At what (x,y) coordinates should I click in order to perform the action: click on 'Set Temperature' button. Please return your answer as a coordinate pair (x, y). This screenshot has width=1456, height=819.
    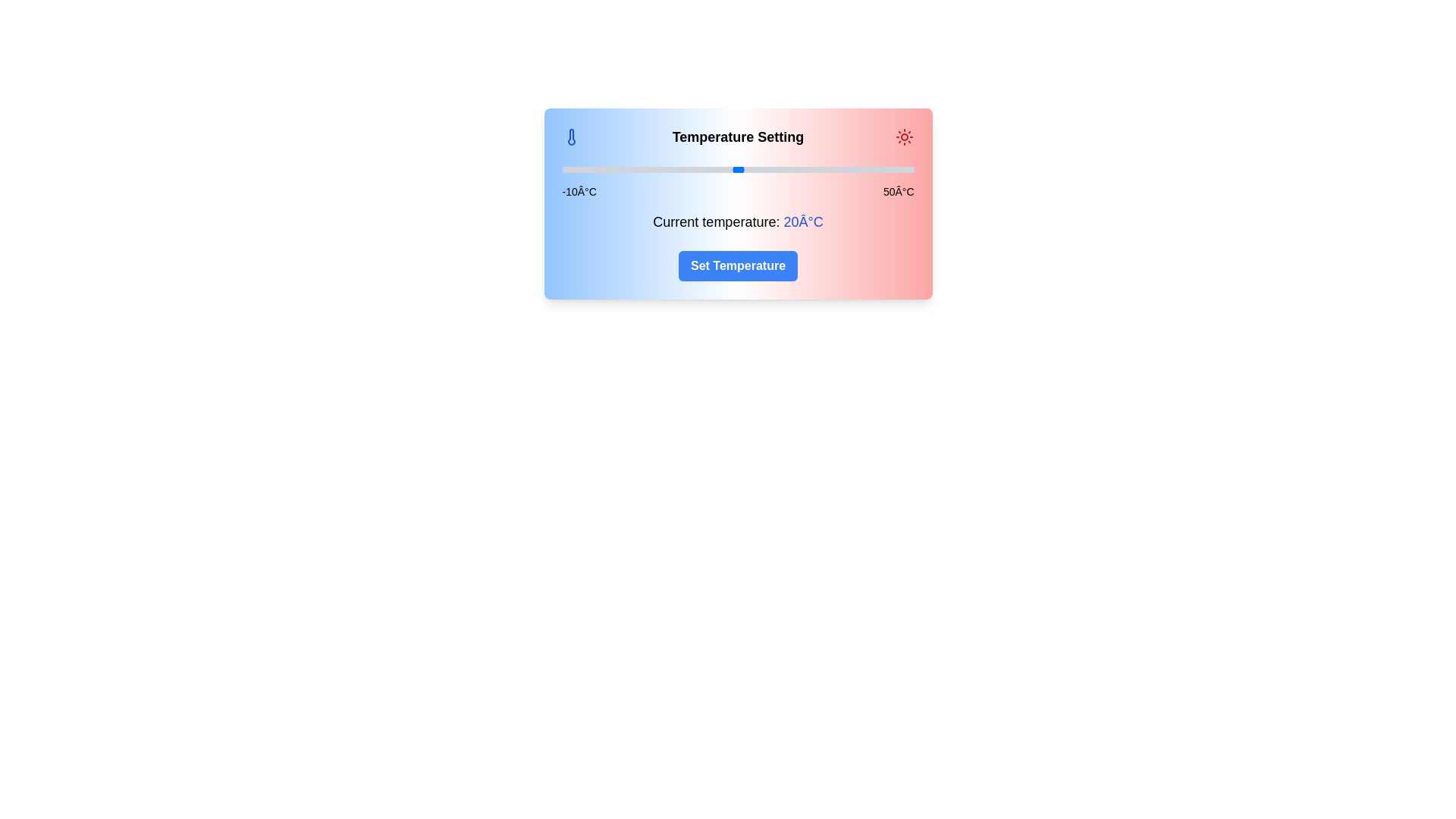
    Looking at the image, I should click on (738, 265).